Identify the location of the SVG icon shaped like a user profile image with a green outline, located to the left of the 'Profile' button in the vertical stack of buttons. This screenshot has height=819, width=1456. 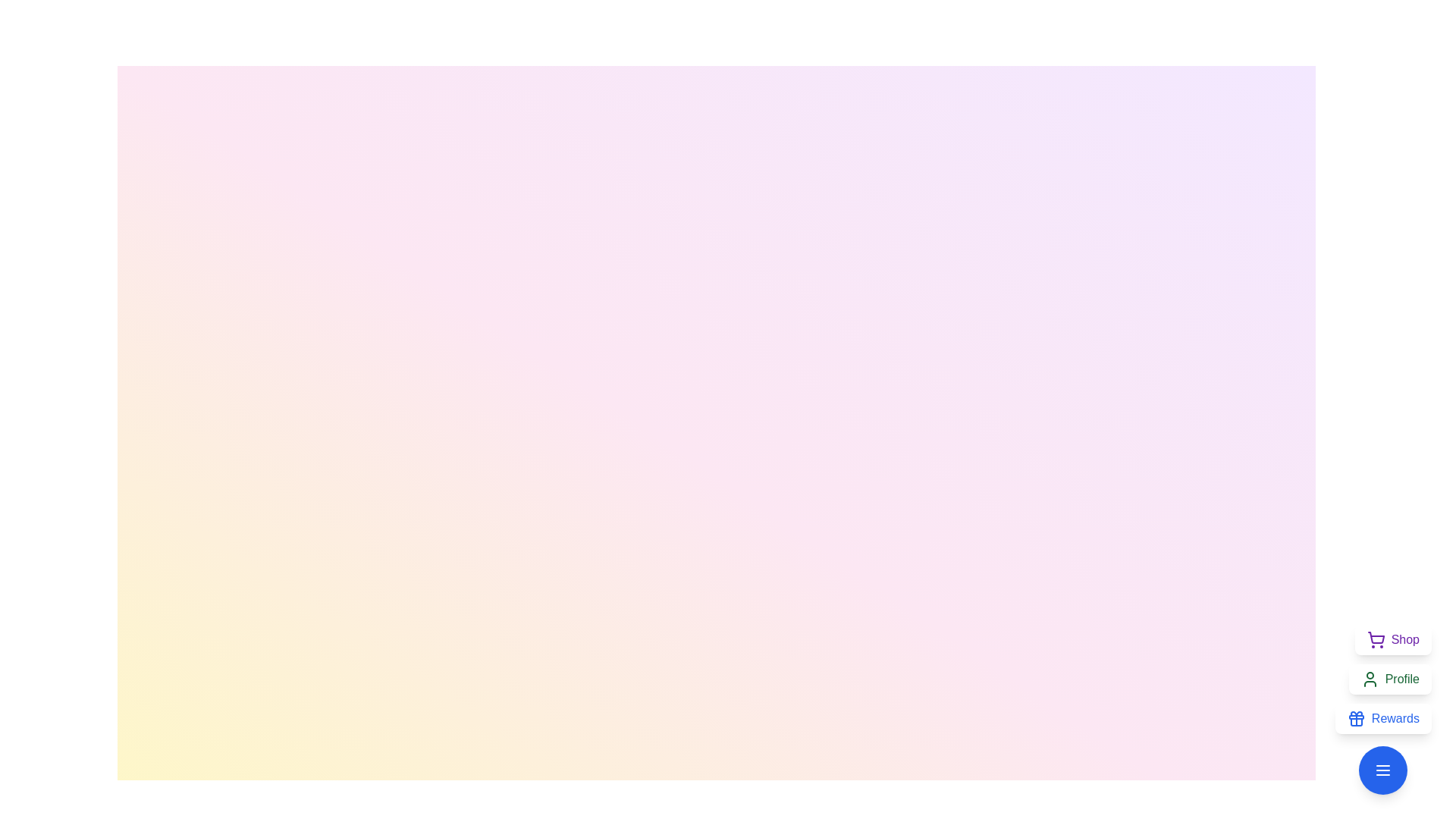
(1370, 678).